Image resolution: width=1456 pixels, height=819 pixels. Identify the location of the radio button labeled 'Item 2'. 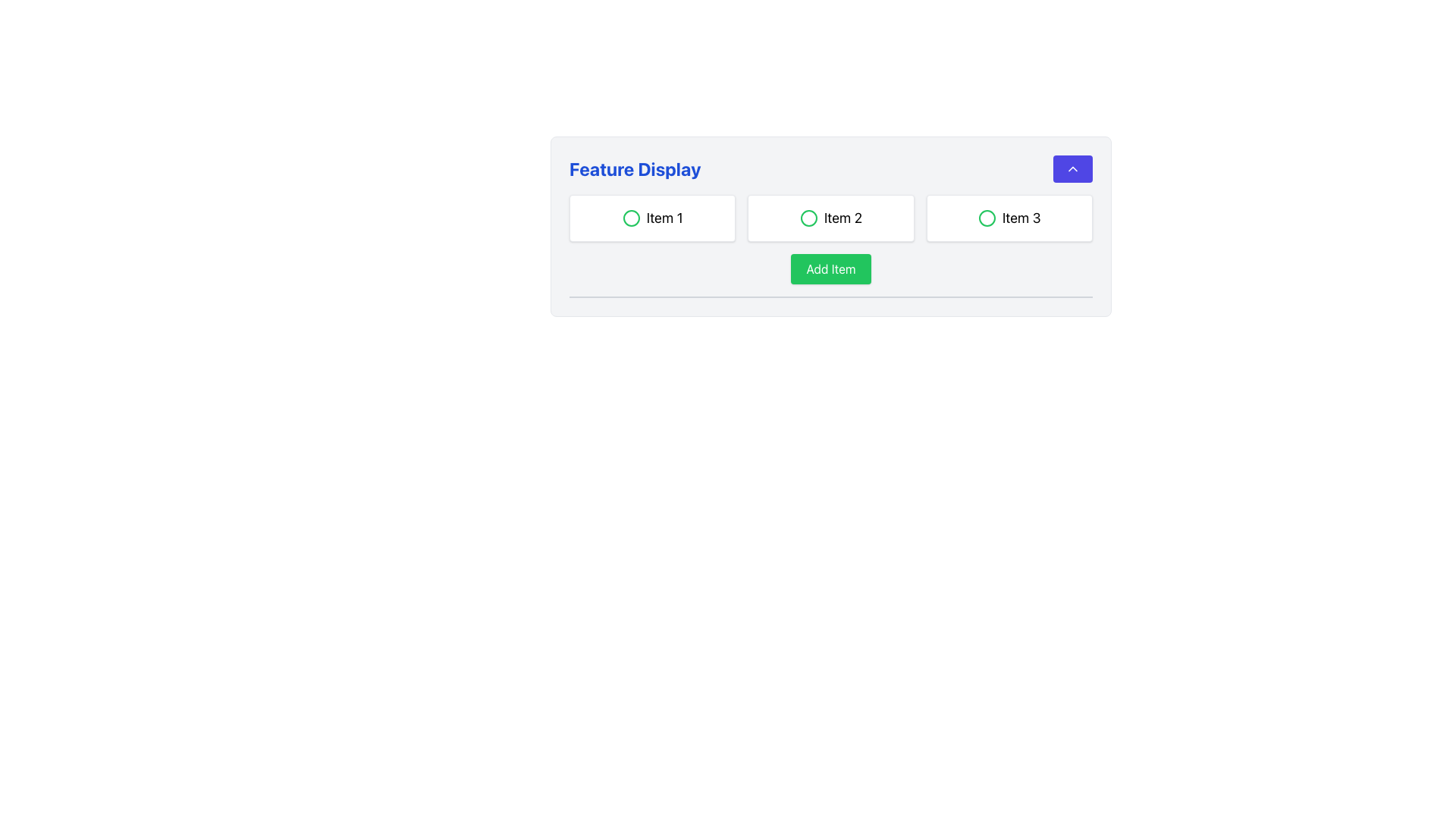
(808, 218).